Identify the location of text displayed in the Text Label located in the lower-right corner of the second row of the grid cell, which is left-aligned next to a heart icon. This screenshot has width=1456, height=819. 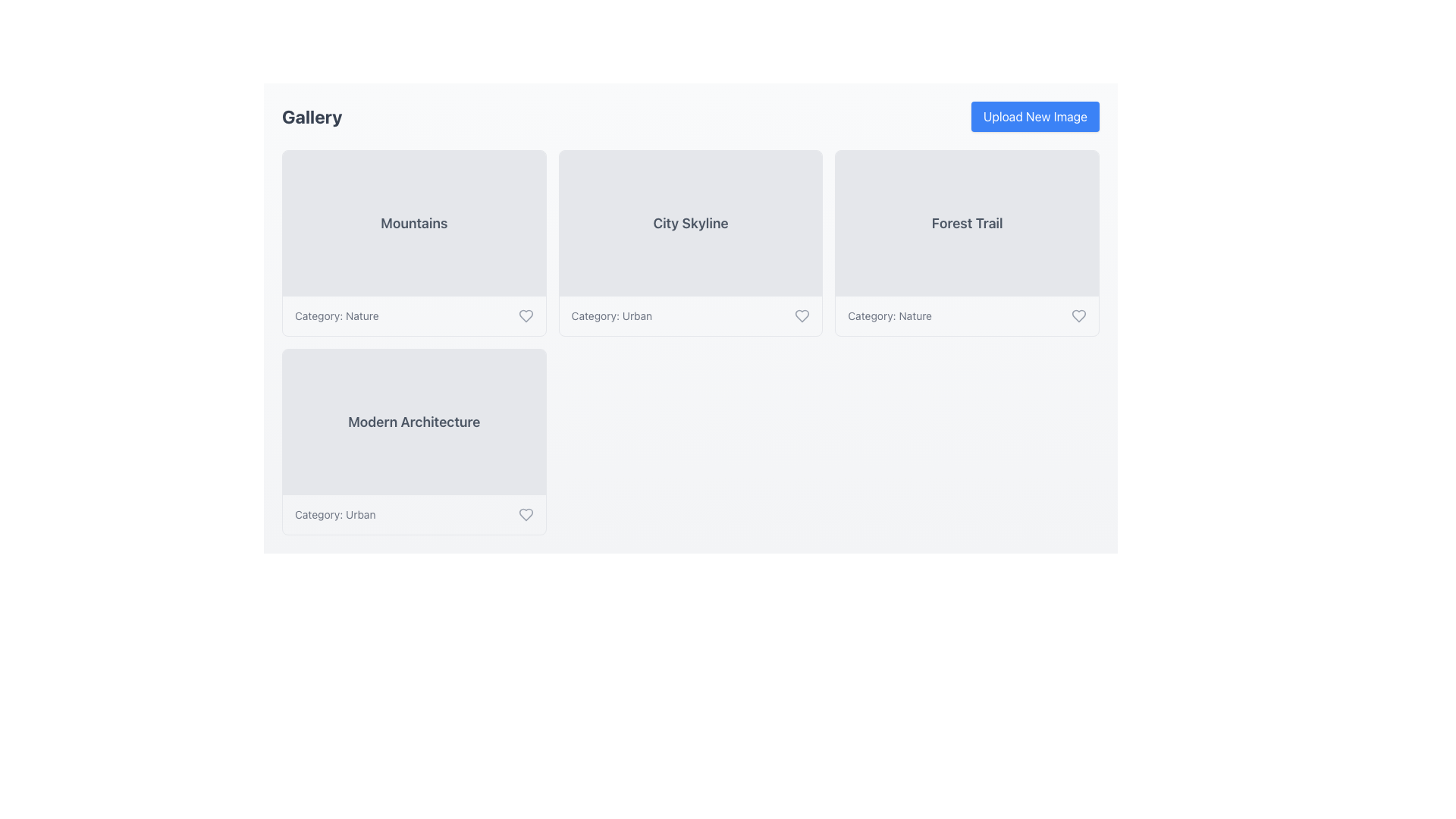
(611, 315).